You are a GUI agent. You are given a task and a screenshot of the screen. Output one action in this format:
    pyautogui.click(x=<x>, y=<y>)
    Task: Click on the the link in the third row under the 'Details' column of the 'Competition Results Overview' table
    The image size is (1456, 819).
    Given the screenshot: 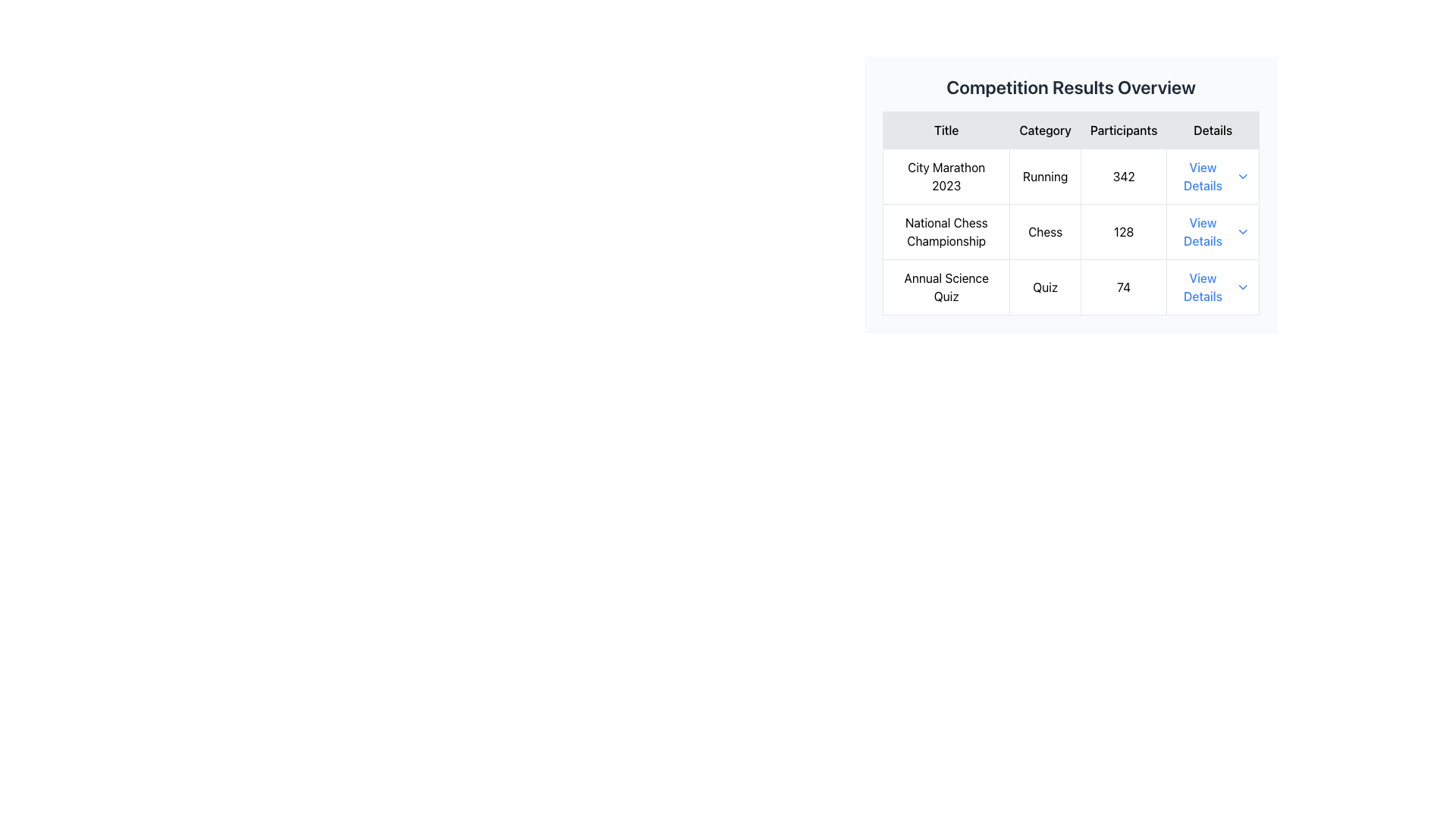 What is the action you would take?
    pyautogui.click(x=1201, y=287)
    